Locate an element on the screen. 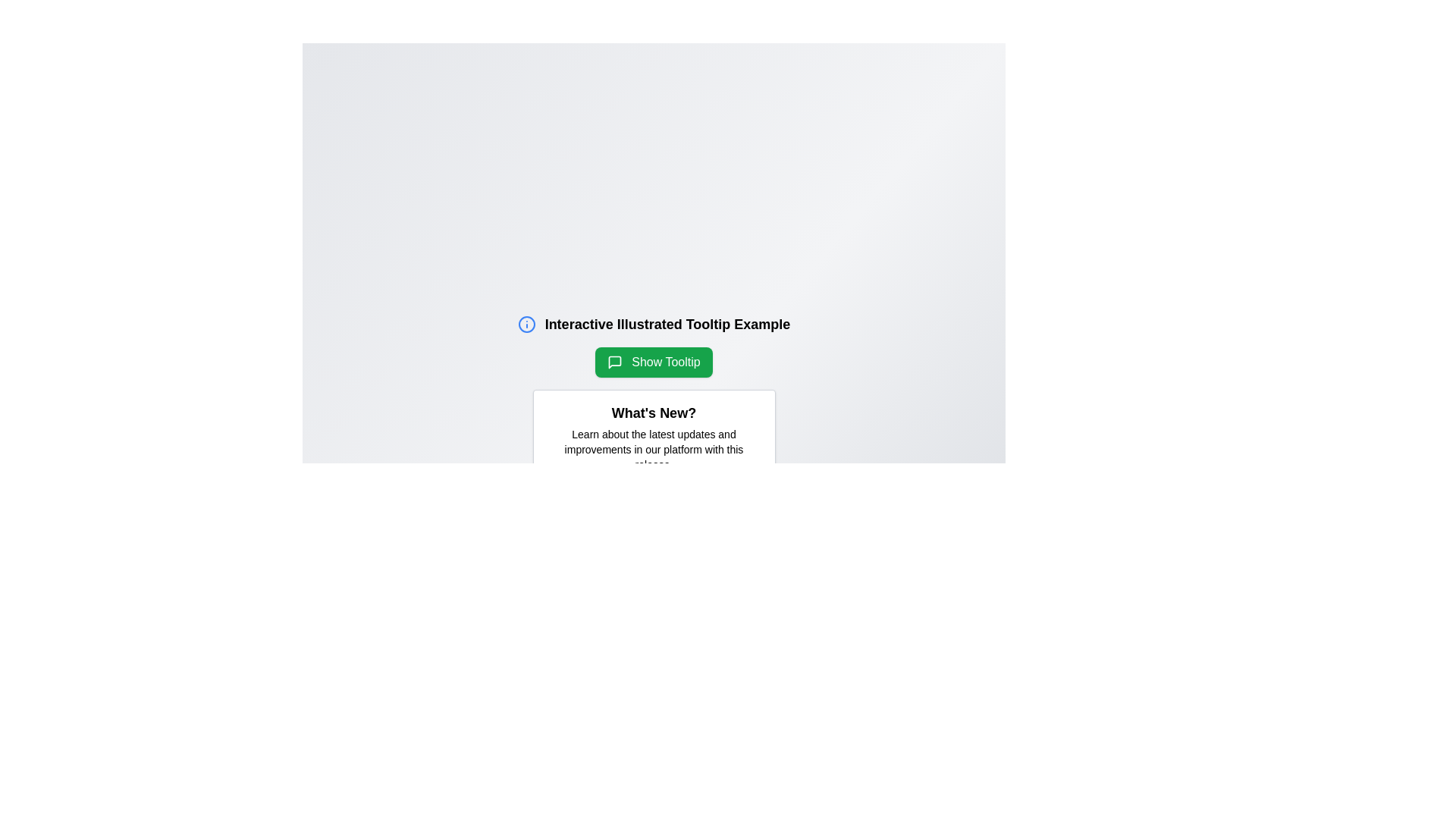 The width and height of the screenshot is (1456, 819). informational text content located directly below the 'What's New?' heading, which provides context for the updates and improvements described in the card is located at coordinates (654, 449).